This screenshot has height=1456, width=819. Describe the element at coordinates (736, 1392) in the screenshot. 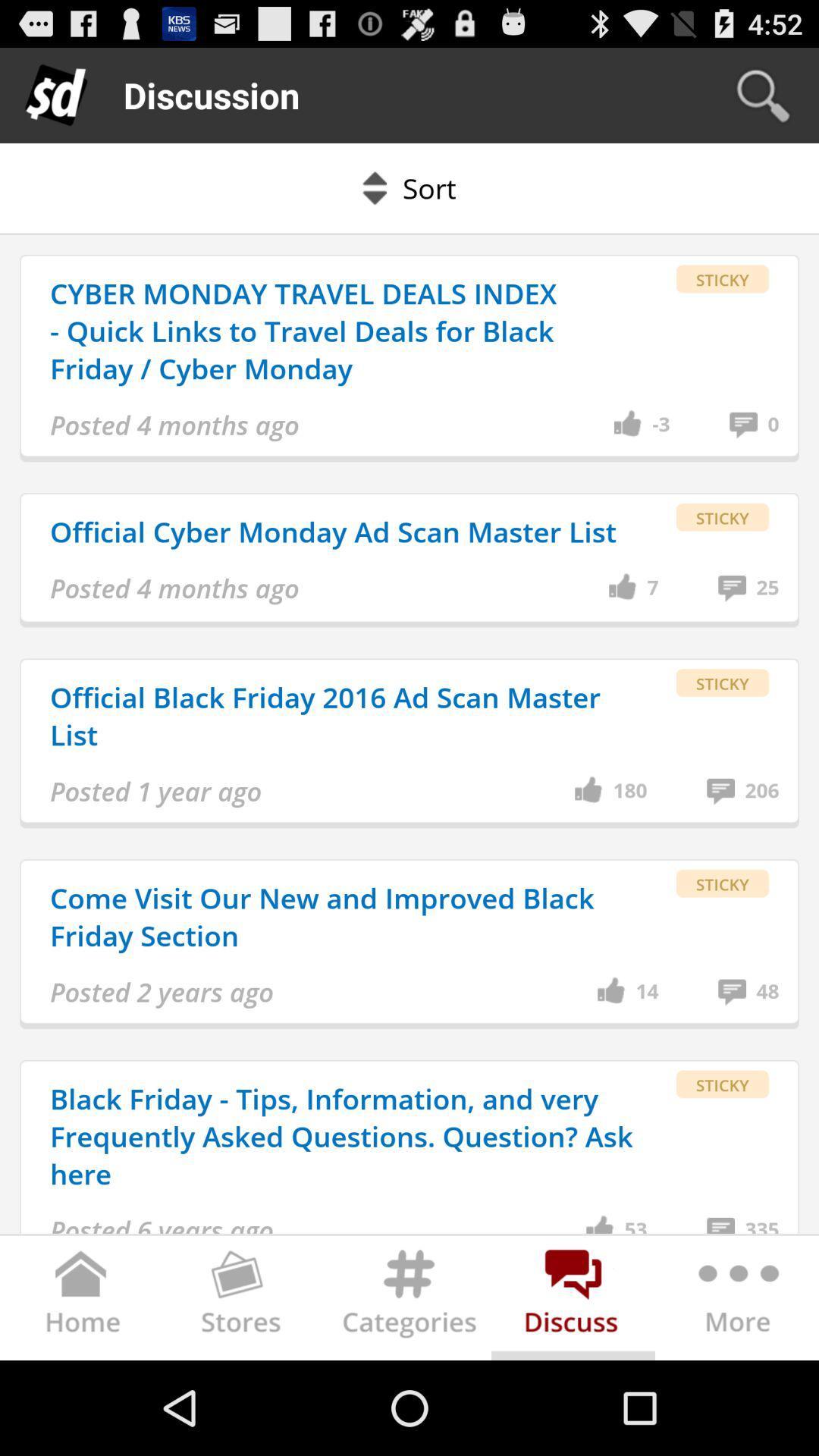

I see `the more icon` at that location.